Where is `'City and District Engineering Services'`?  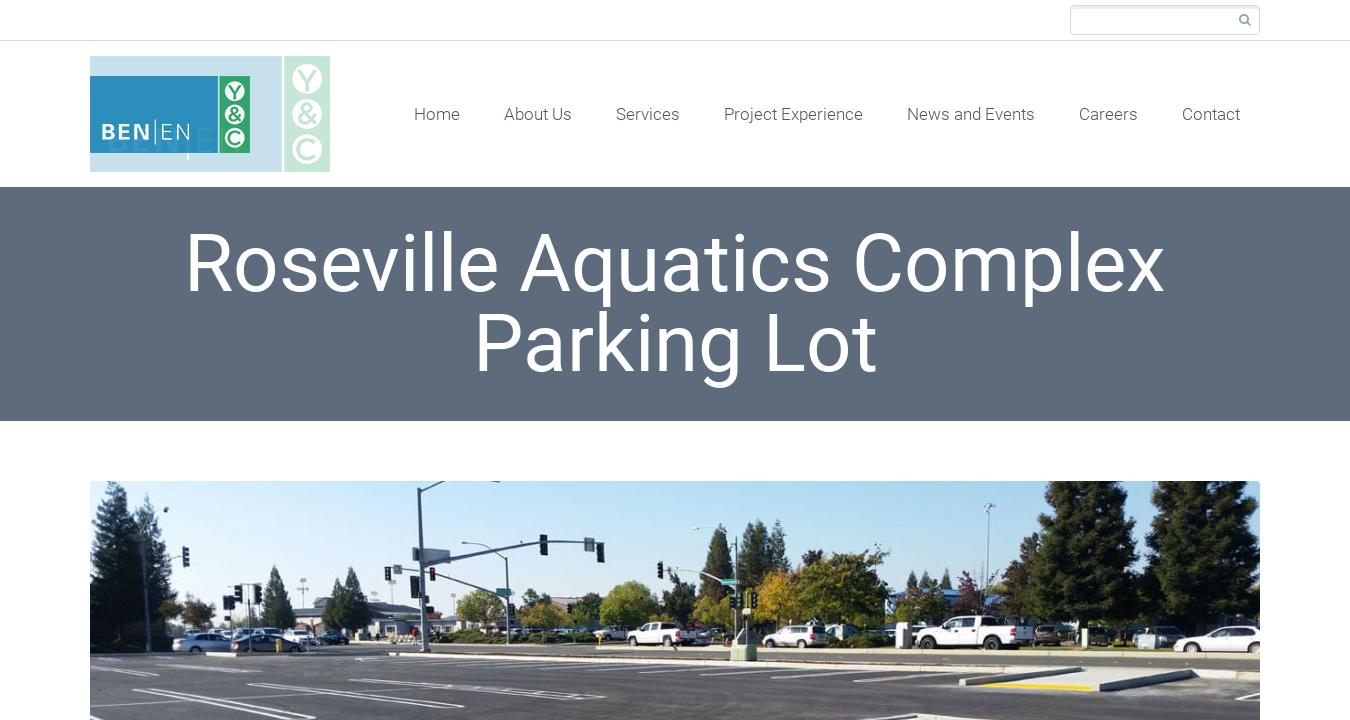 'City and District Engineering Services' is located at coordinates (728, 673).